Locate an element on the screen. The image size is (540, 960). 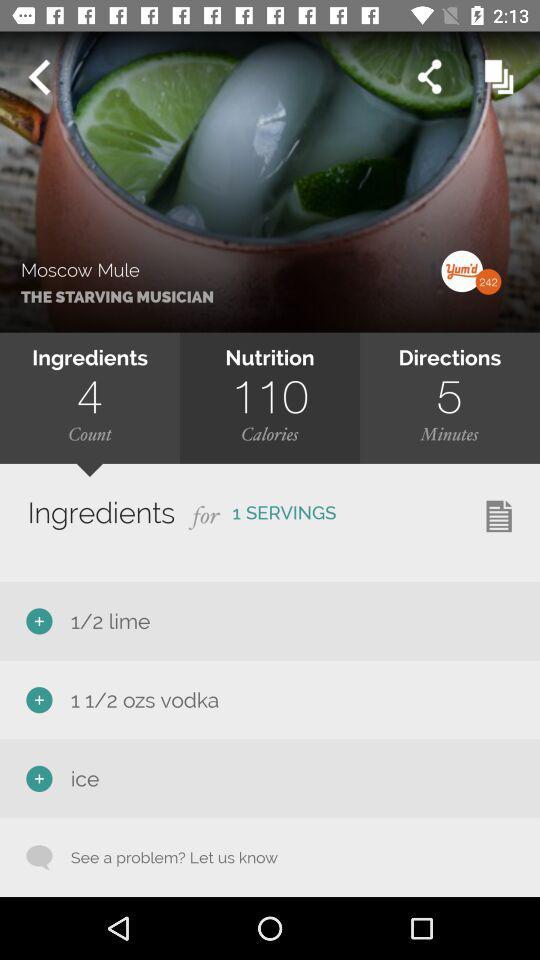
the option beside the share icon is located at coordinates (498, 77).